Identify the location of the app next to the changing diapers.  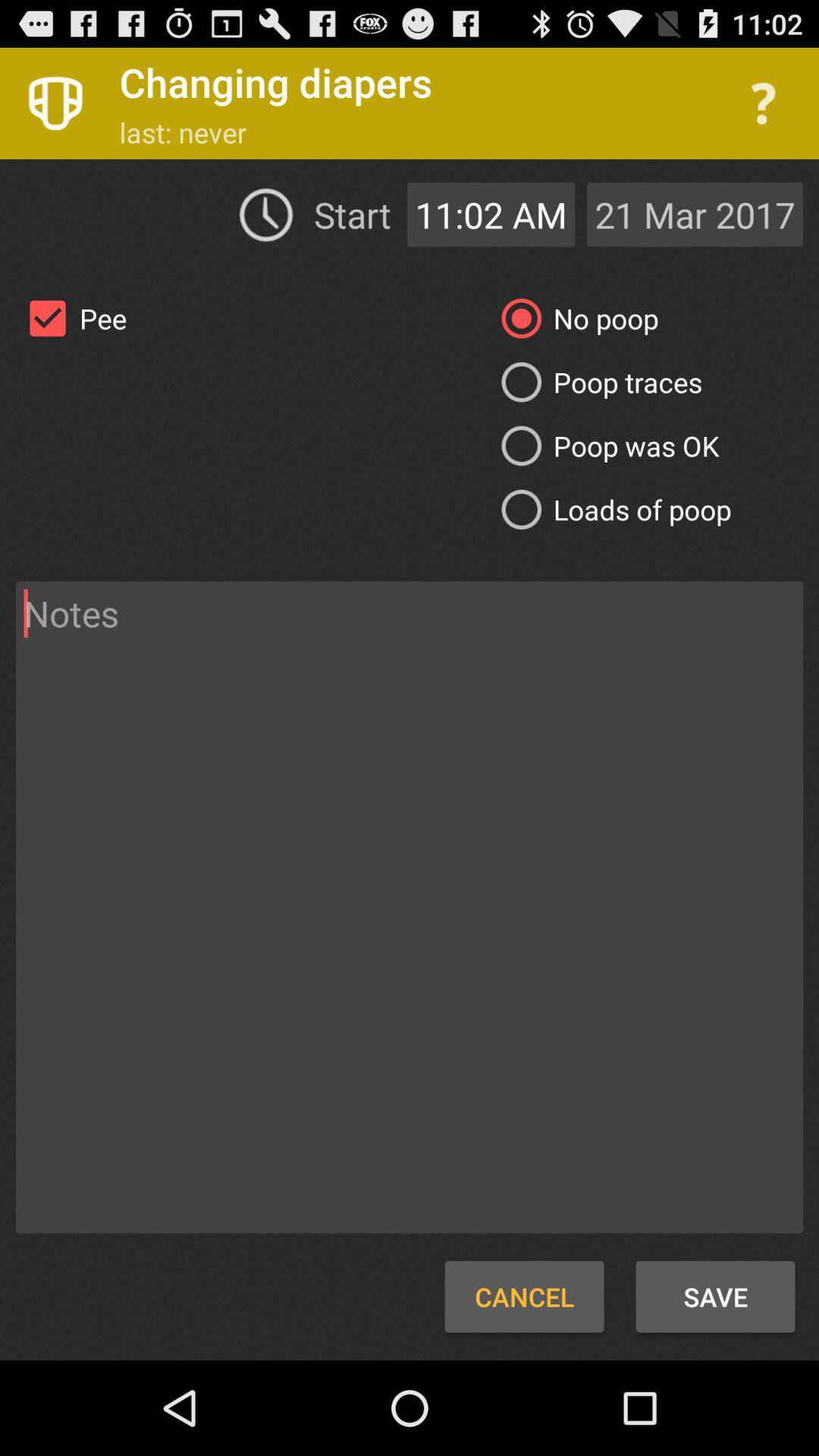
(763, 102).